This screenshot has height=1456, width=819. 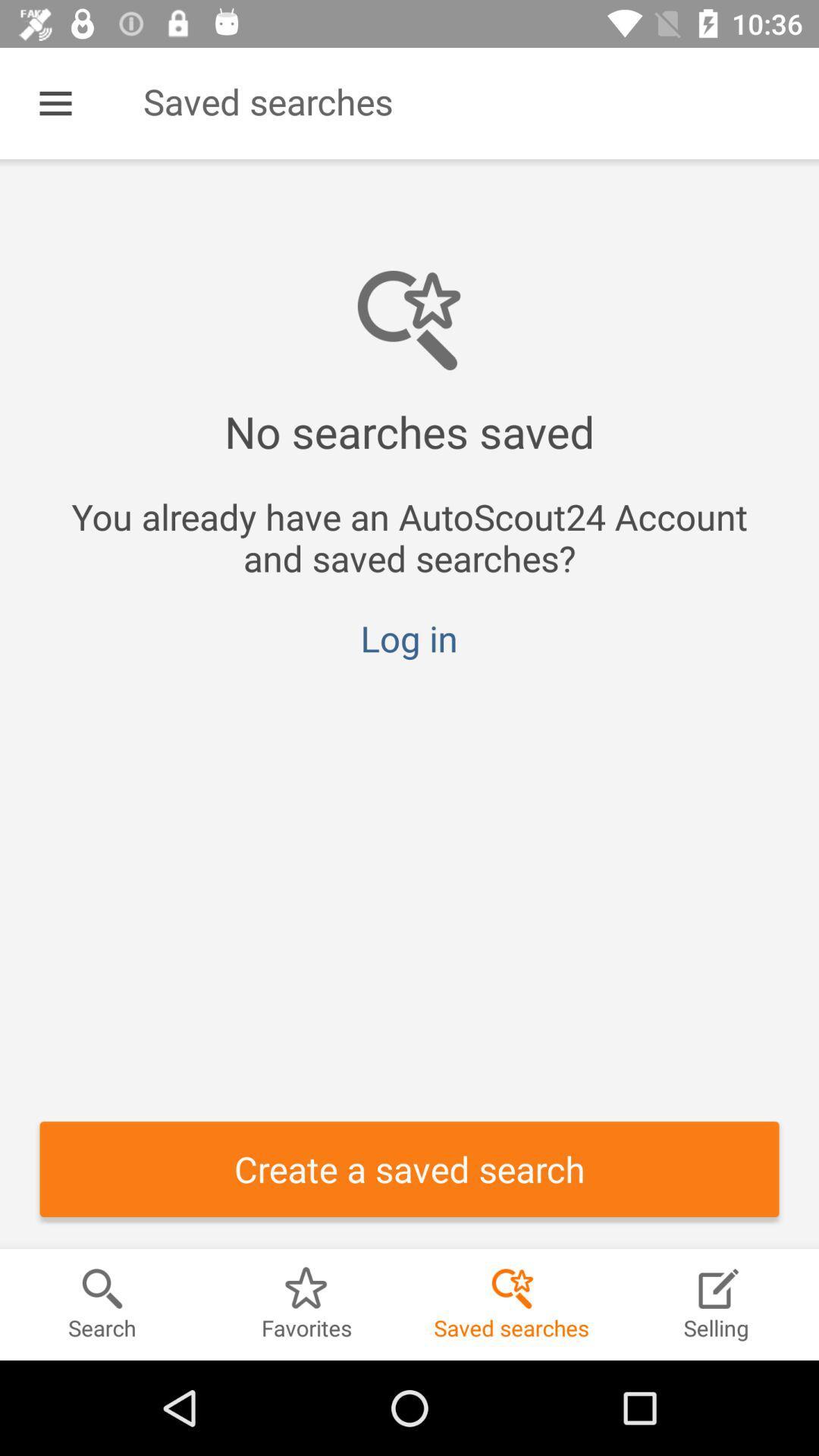 I want to click on the icon above the create a saved, so click(x=408, y=638).